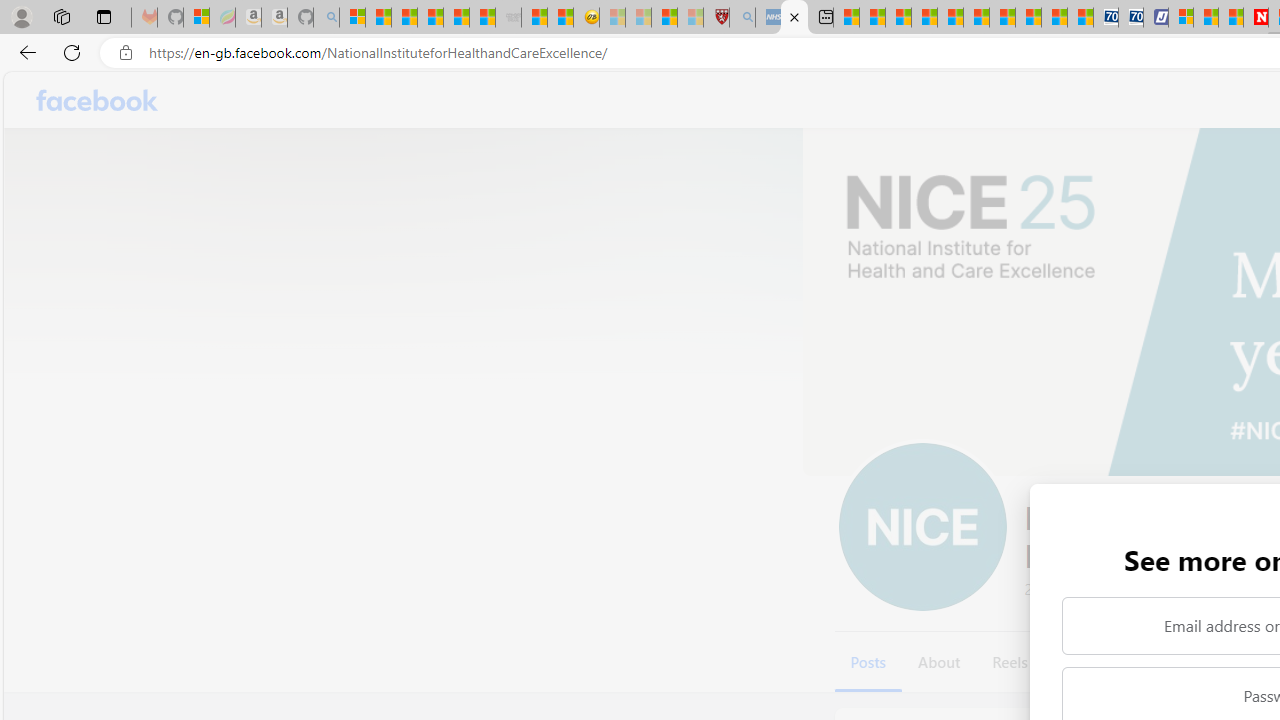  Describe the element at coordinates (1130, 17) in the screenshot. I see `'Cheap Hotels - Save70.com'` at that location.